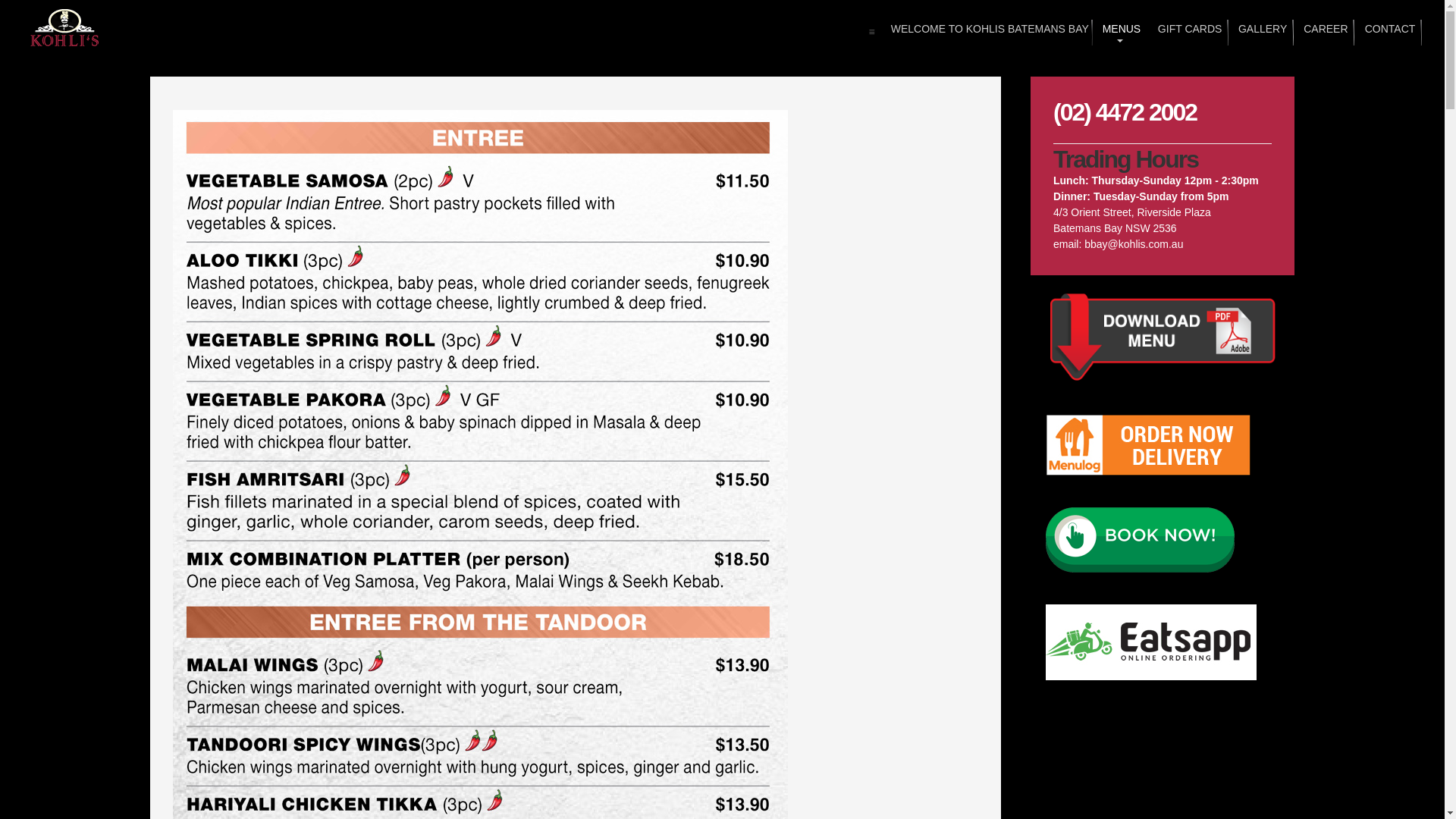 The height and width of the screenshot is (819, 1456). What do you see at coordinates (985, 32) in the screenshot?
I see `'WELCOME TO KOHLIS BATEMANS BAY'` at bounding box center [985, 32].